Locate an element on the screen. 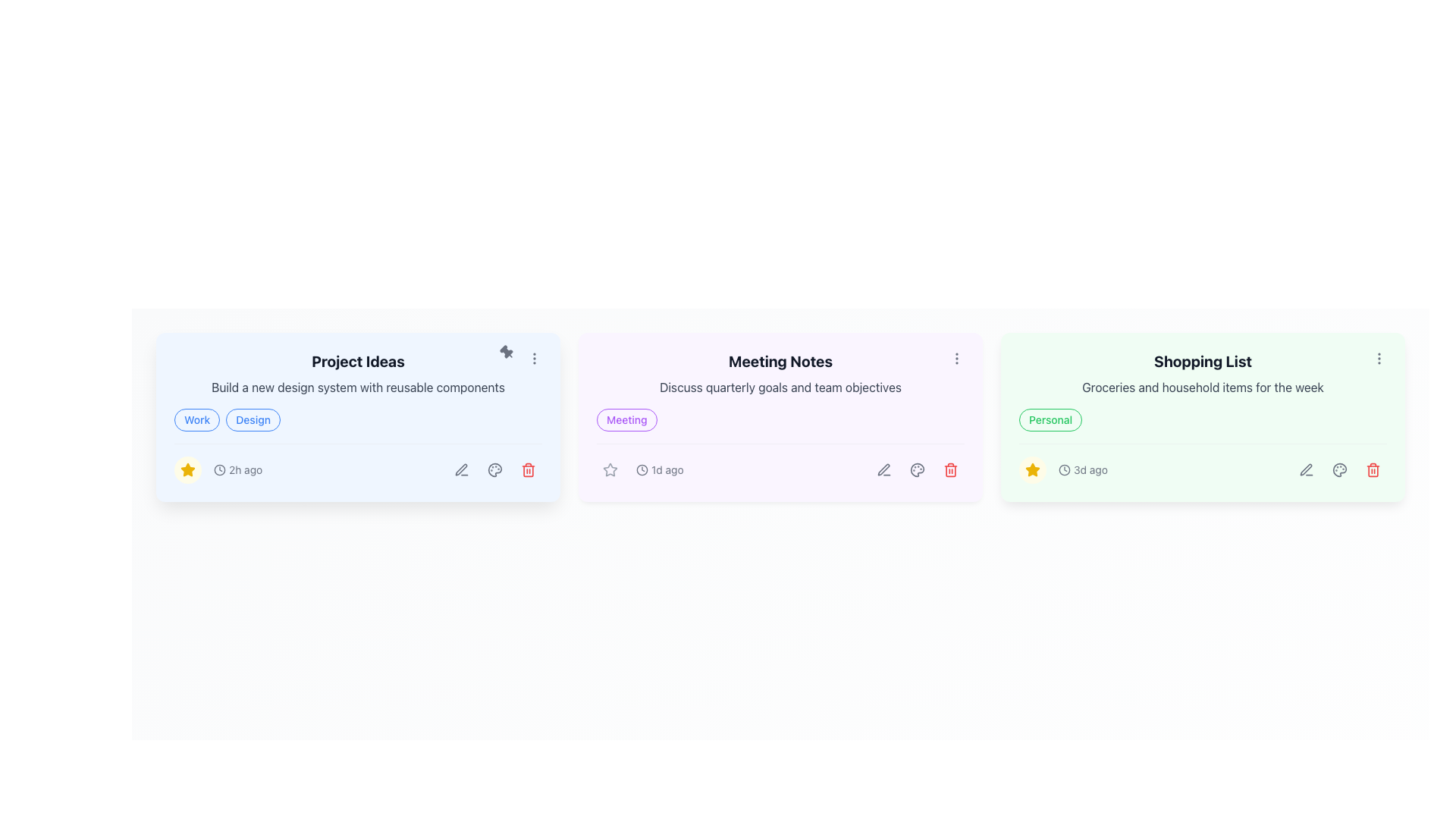 Image resolution: width=1456 pixels, height=819 pixels. time indication text '2h ago' from the composite UI component located at the bottom-left corner of the 'Project Ideas' card, which consists of a star icon, a clock icon, and the text label is located at coordinates (218, 469).